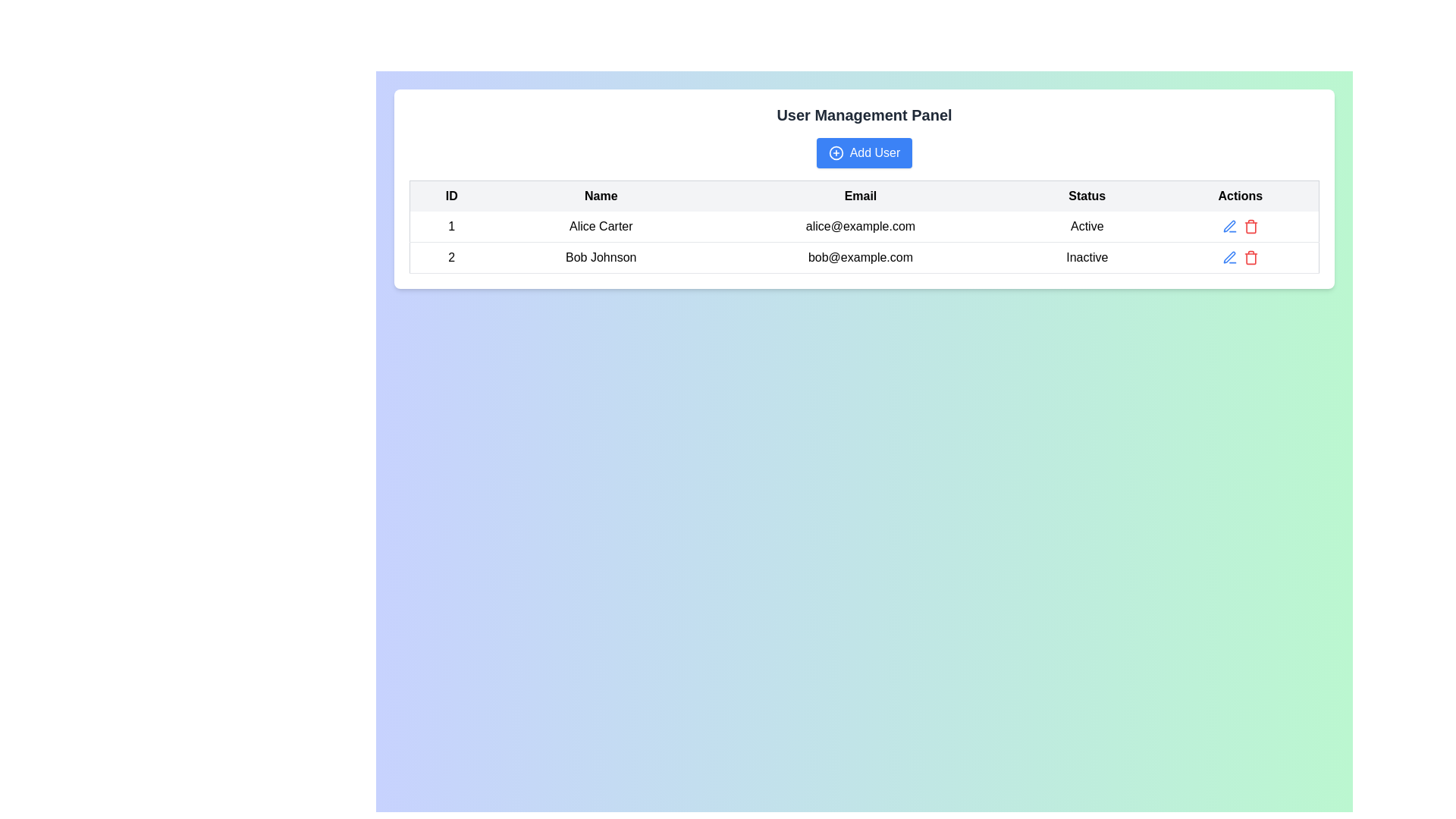 Image resolution: width=1456 pixels, height=819 pixels. Describe the element at coordinates (860, 195) in the screenshot. I see `the table header cell labeled 'Email', which is bold and located in the third column of the table header, between 'Name' and 'Status'` at that location.